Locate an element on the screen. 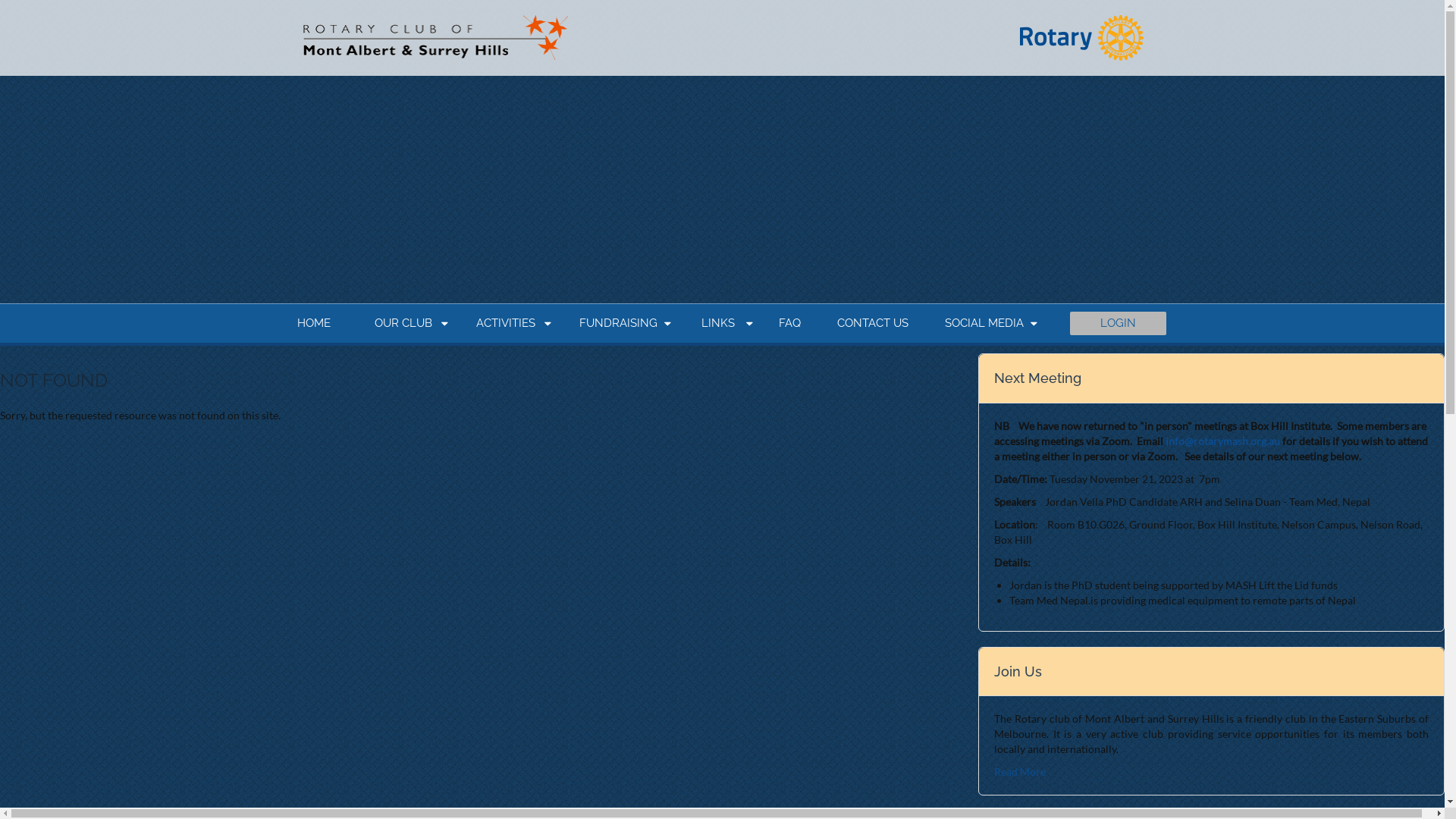  'SOCIAL MEDIA' is located at coordinates (987, 322).